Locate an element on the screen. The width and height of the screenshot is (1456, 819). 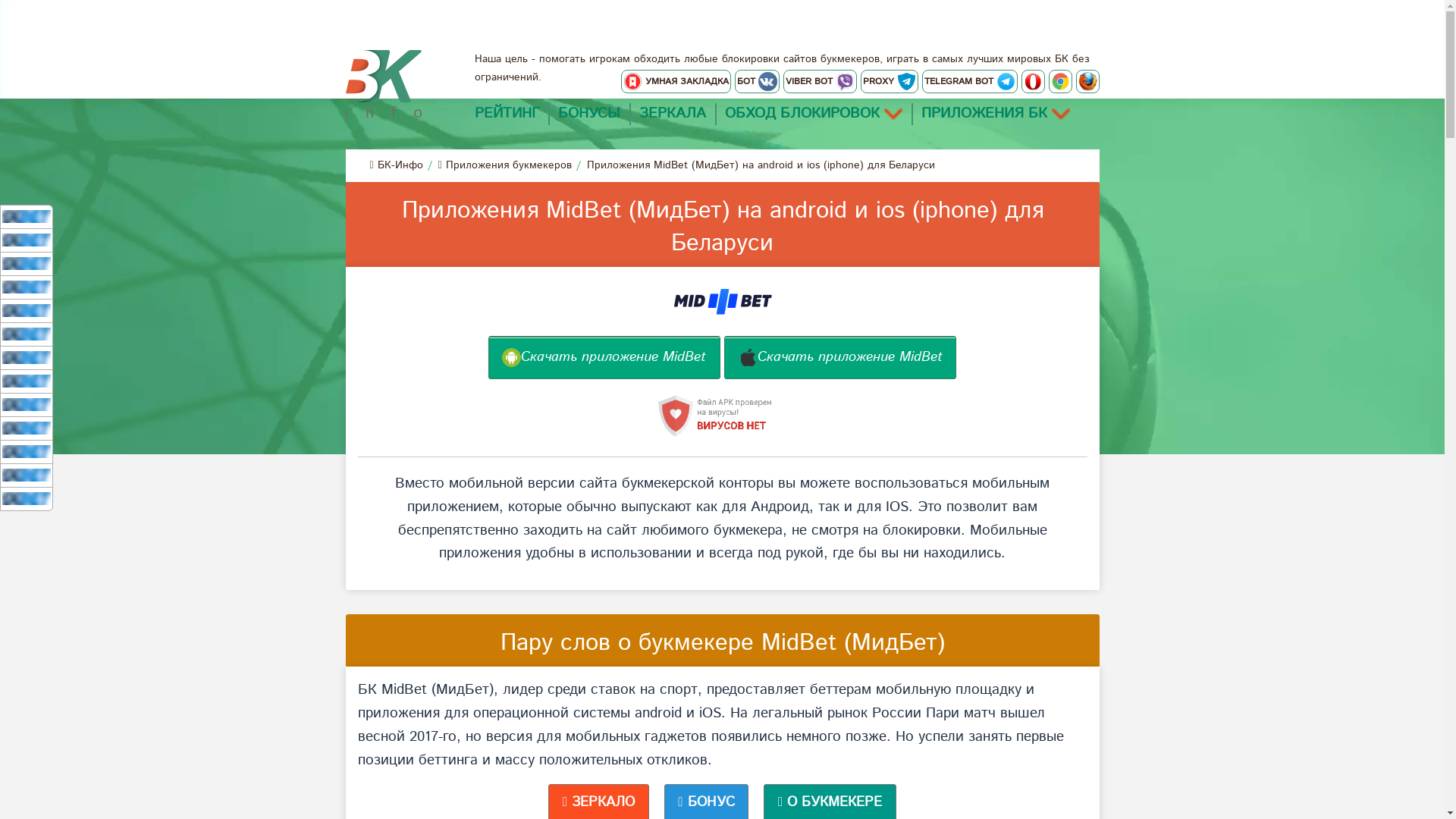
'MelBet' is located at coordinates (26, 239).